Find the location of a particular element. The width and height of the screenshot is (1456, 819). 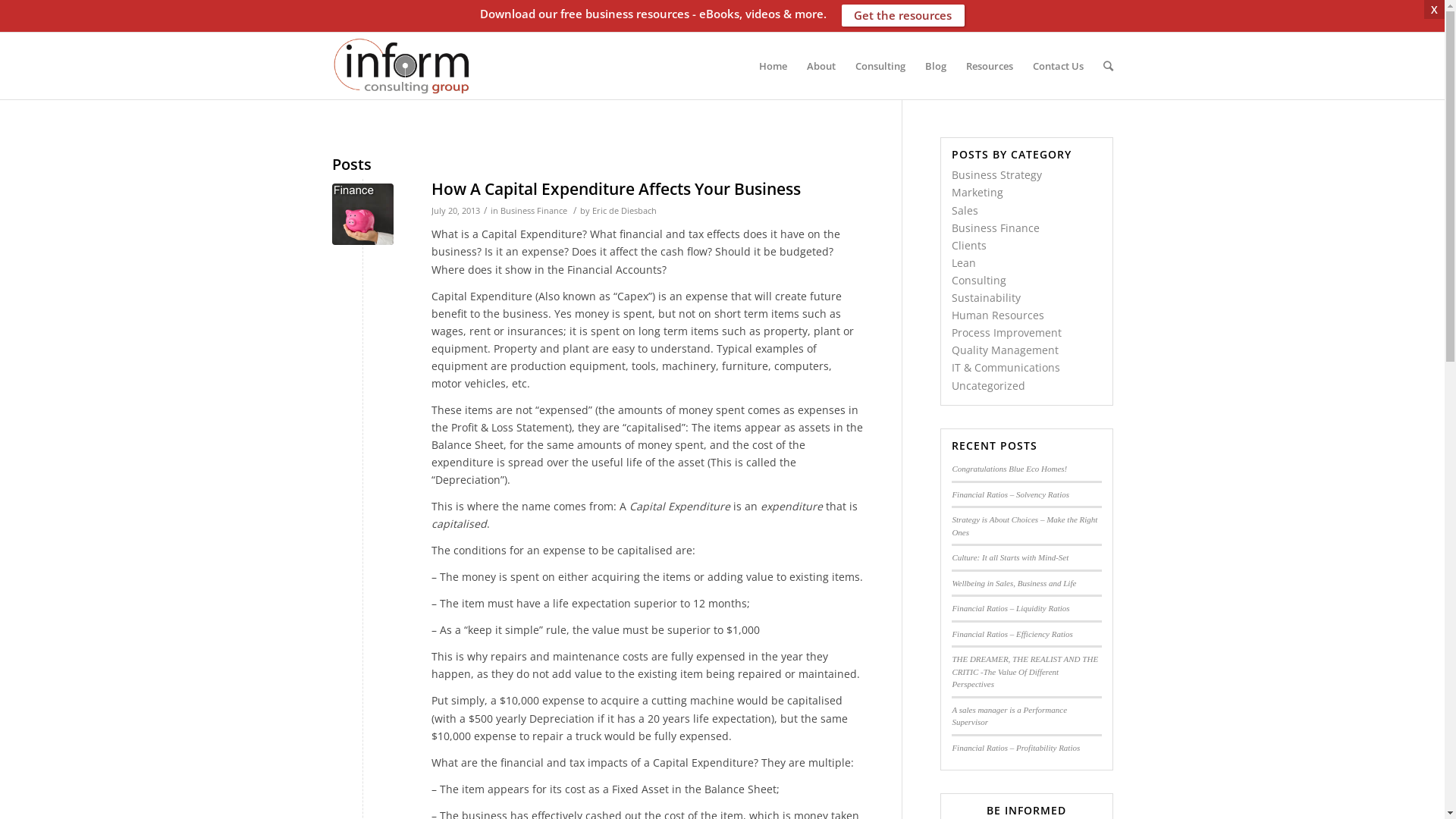

'Resources' is located at coordinates (989, 65).